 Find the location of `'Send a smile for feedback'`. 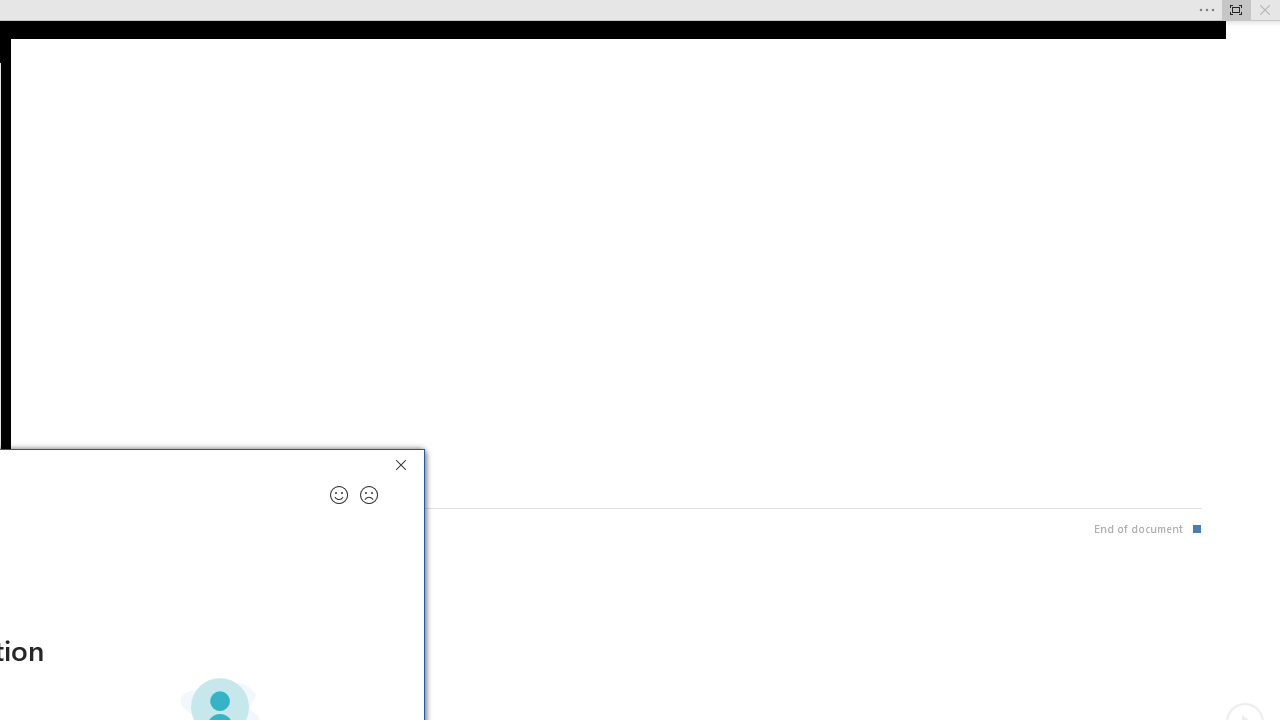

'Send a smile for feedback' is located at coordinates (339, 495).